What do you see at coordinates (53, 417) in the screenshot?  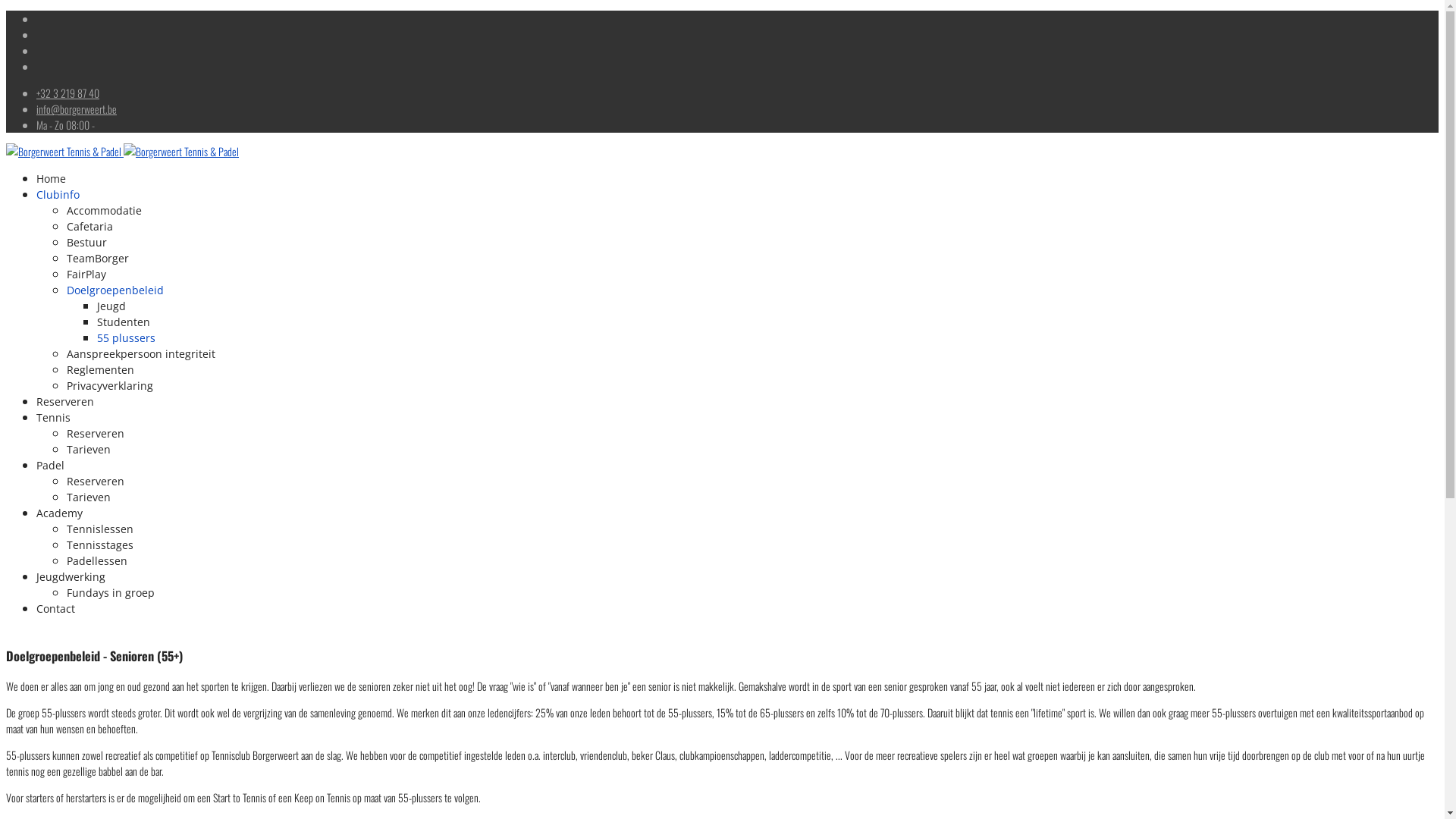 I see `'Tennis'` at bounding box center [53, 417].